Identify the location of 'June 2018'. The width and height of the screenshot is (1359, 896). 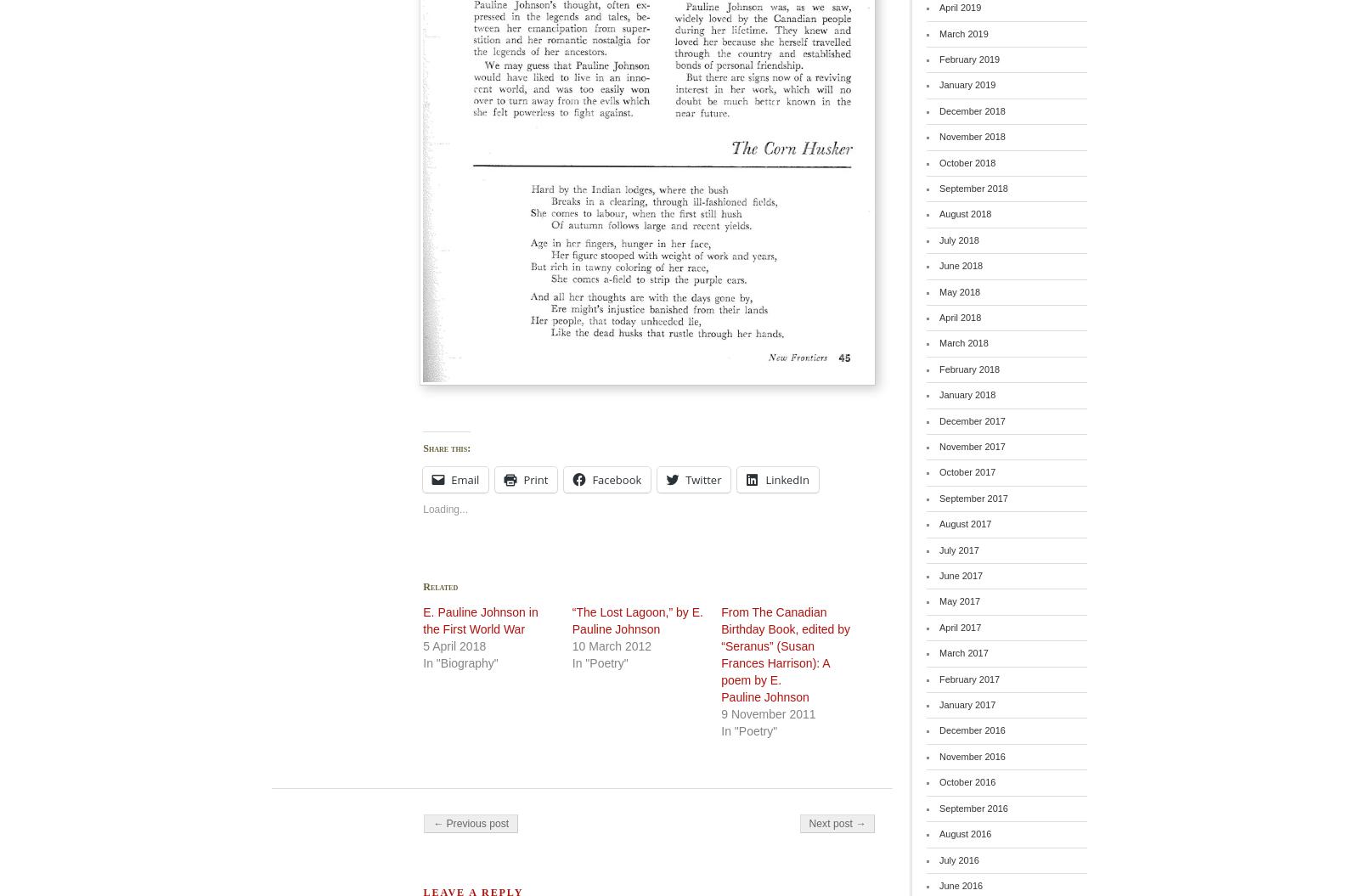
(961, 265).